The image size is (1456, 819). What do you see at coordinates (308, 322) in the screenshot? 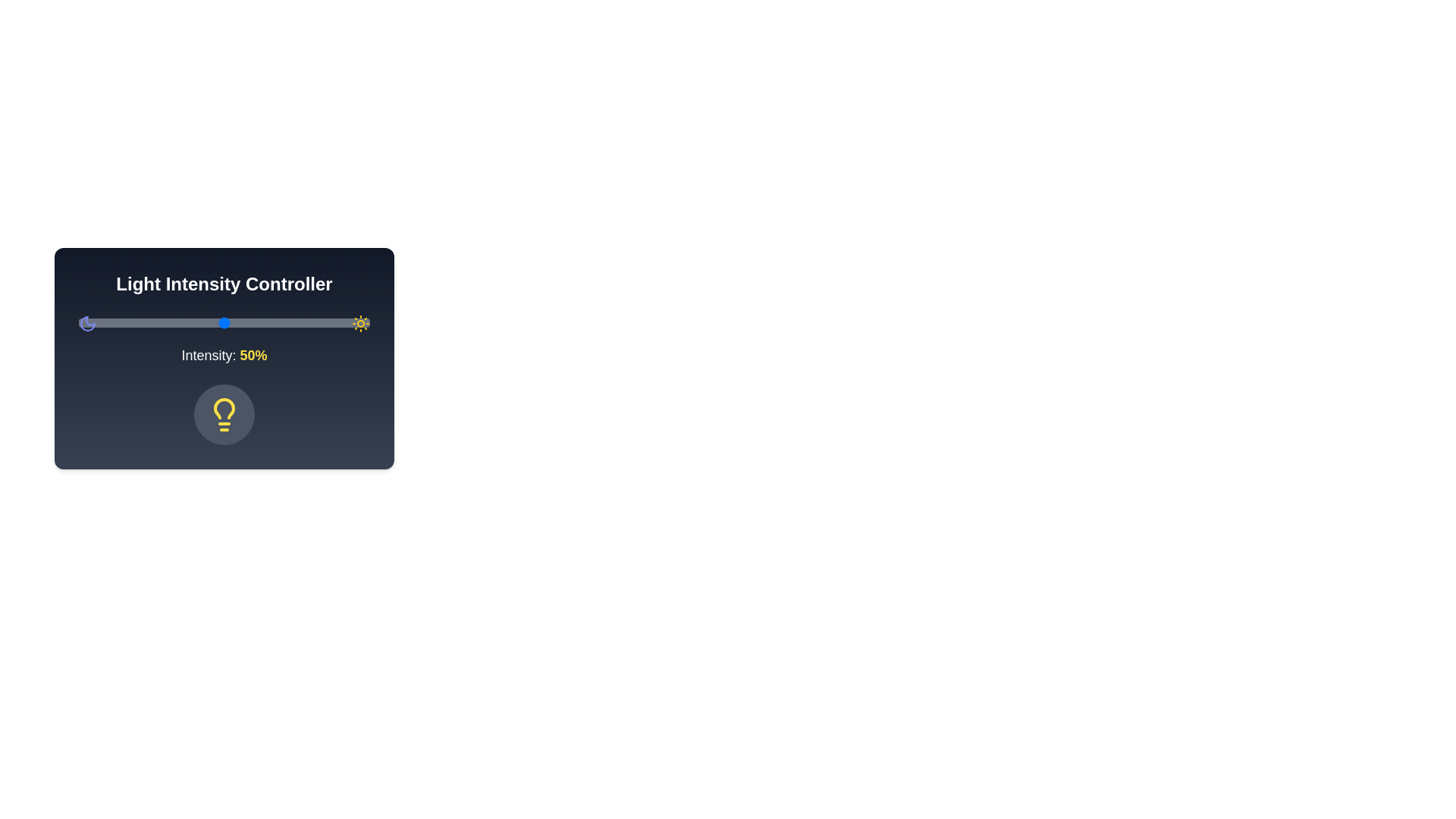
I see `the light intensity to 79% by moving the slider` at bounding box center [308, 322].